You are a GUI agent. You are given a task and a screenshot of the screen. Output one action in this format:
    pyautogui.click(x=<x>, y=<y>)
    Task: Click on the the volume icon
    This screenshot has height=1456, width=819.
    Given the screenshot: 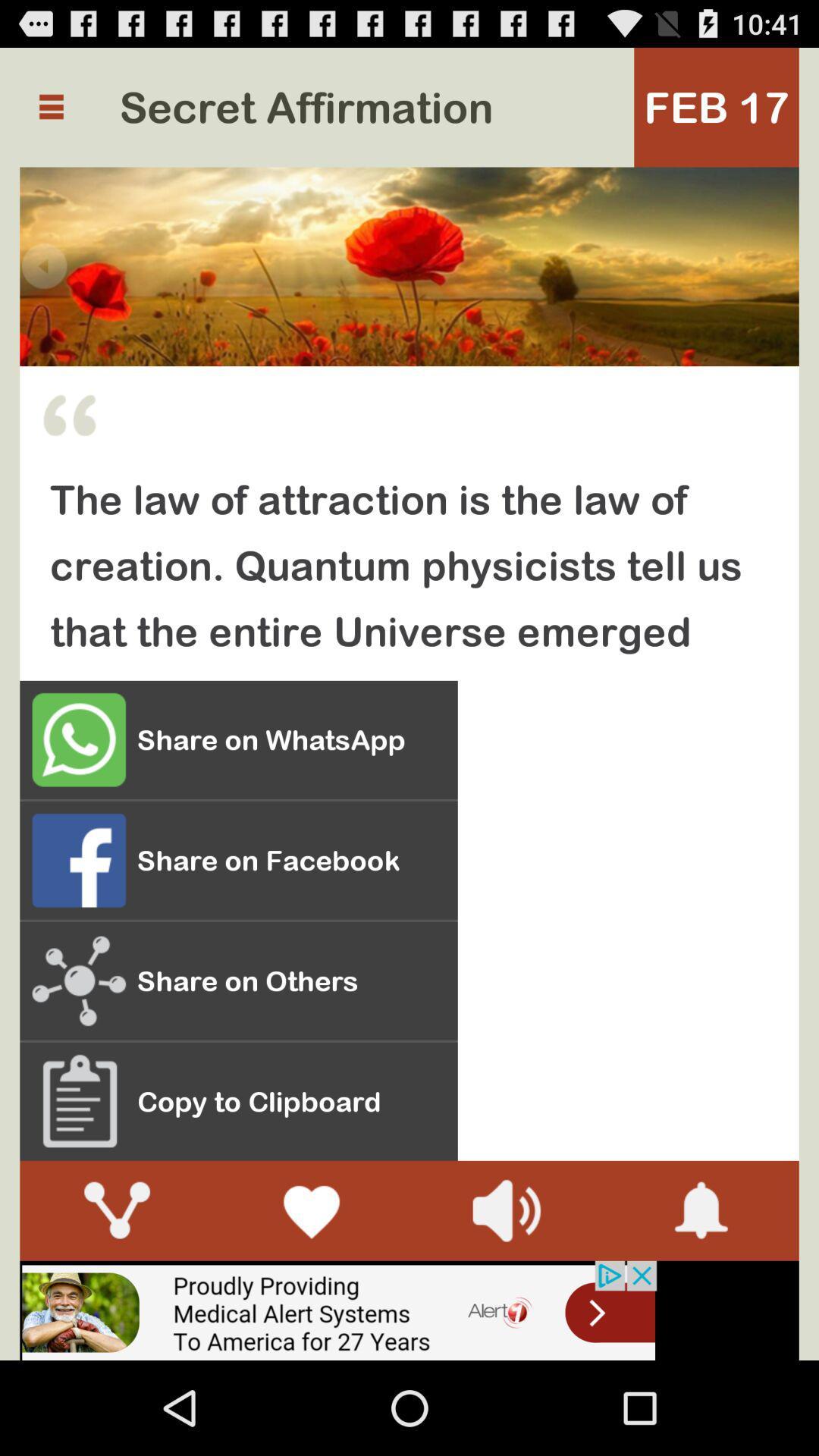 What is the action you would take?
    pyautogui.click(x=506, y=1294)
    